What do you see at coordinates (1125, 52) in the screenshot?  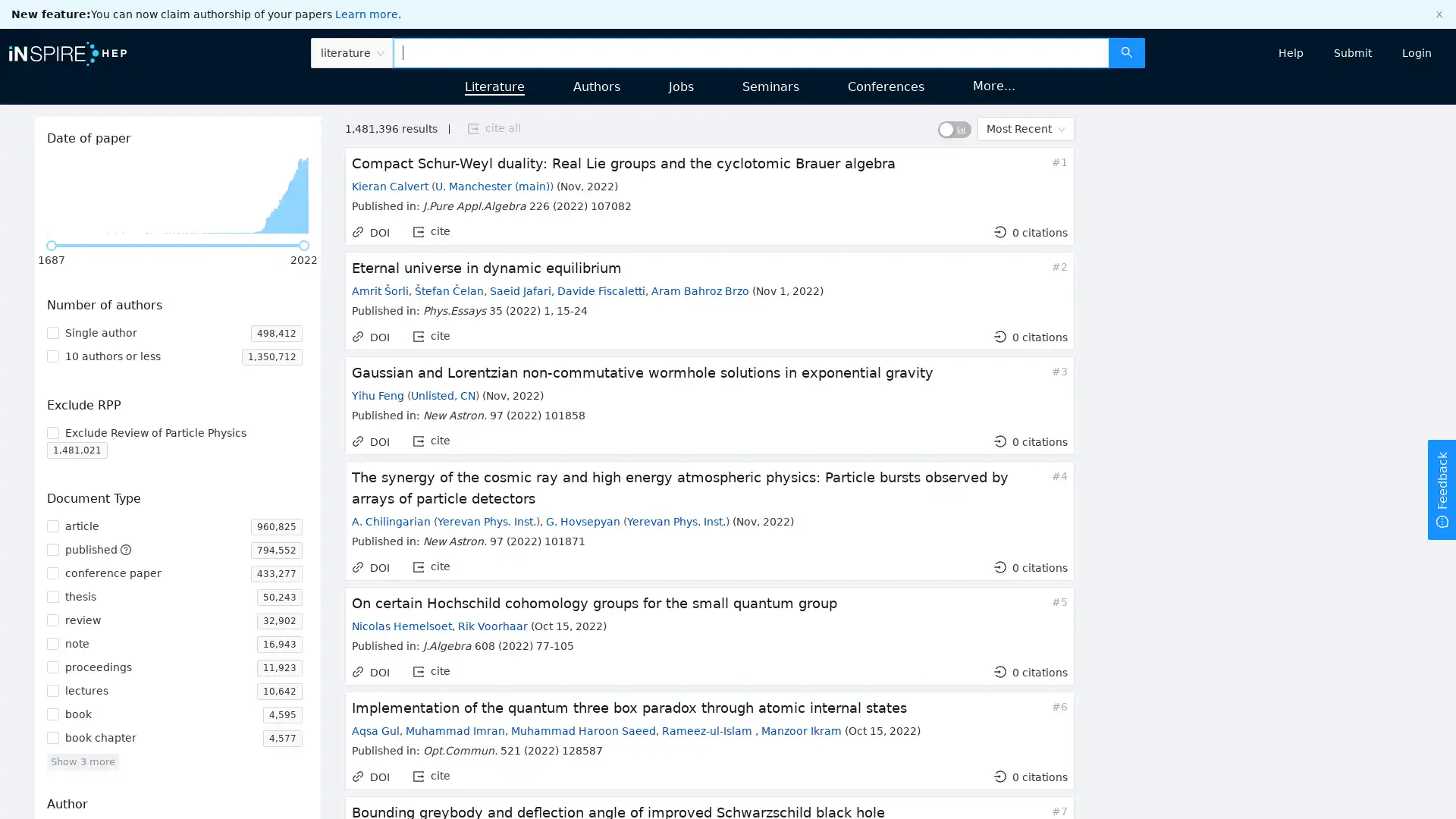 I see `search` at bounding box center [1125, 52].